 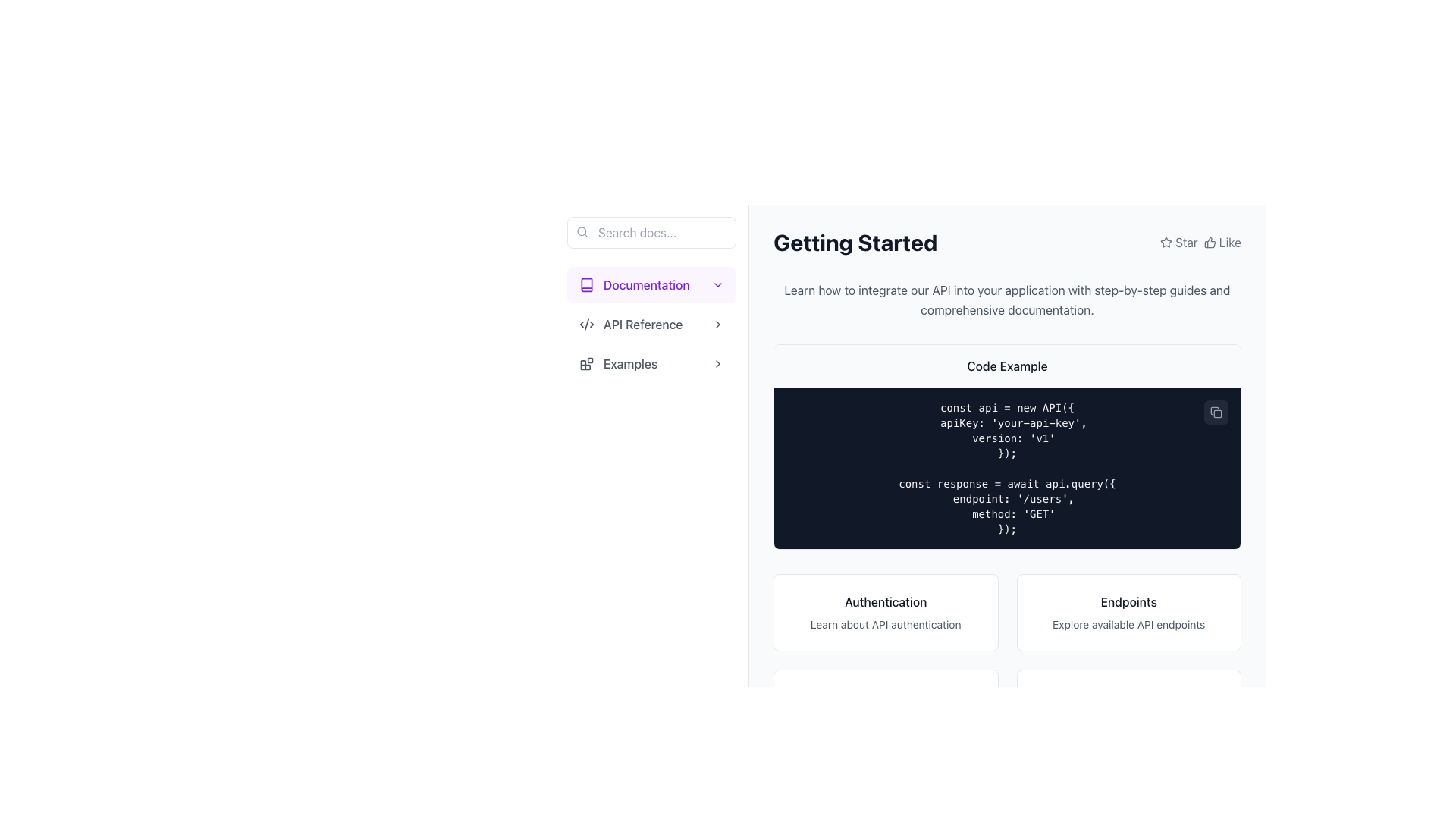 What do you see at coordinates (1007, 366) in the screenshot?
I see `the title text label that indicates the content below it pertains to a code example, located at the center of the bordered section with a light gray background` at bounding box center [1007, 366].